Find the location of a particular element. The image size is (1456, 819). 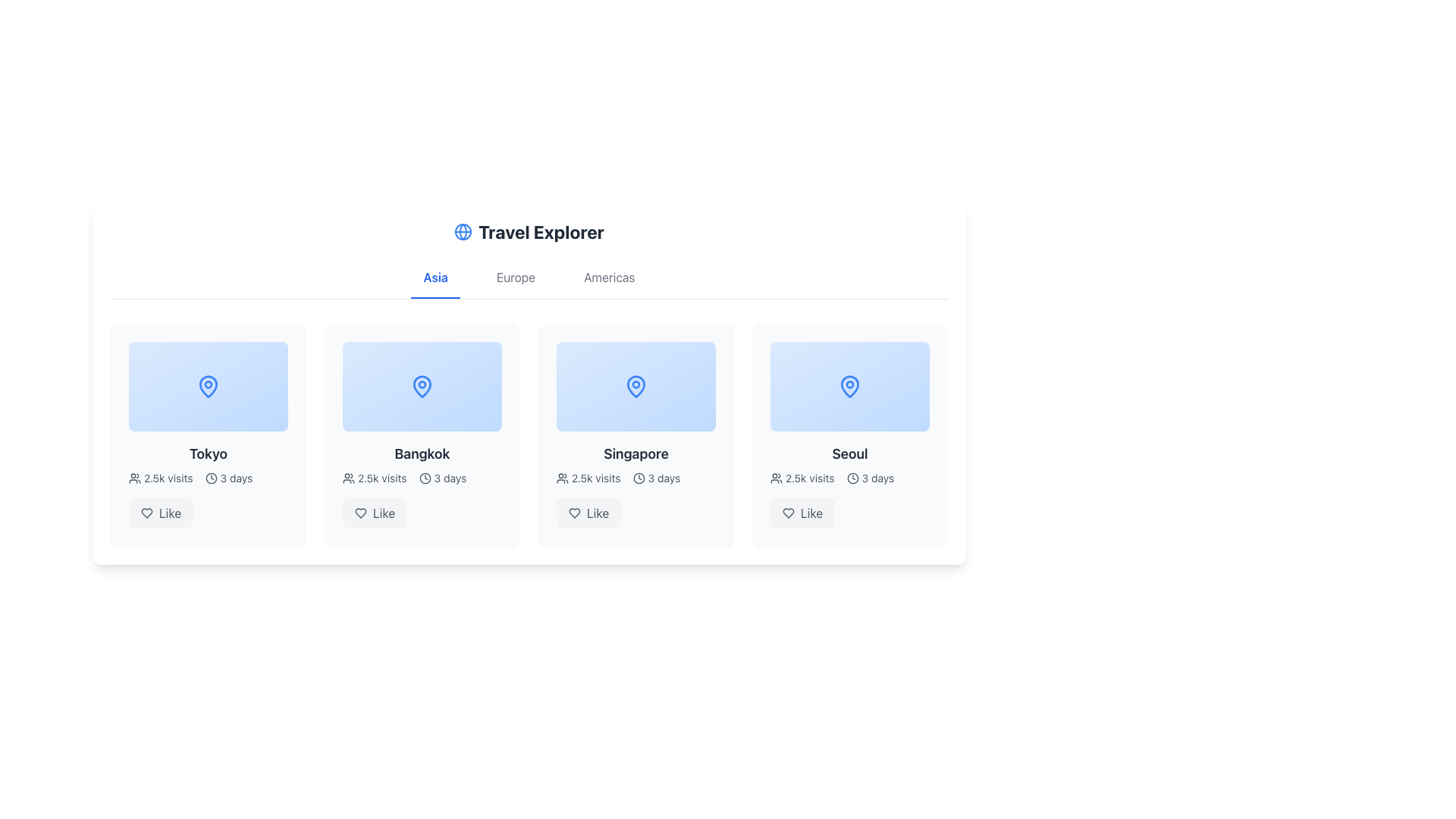

the icon representing a group of users, which is positioned to the left of the '2.5k visits' text in the lower section of the 'Seoul' card is located at coordinates (776, 479).